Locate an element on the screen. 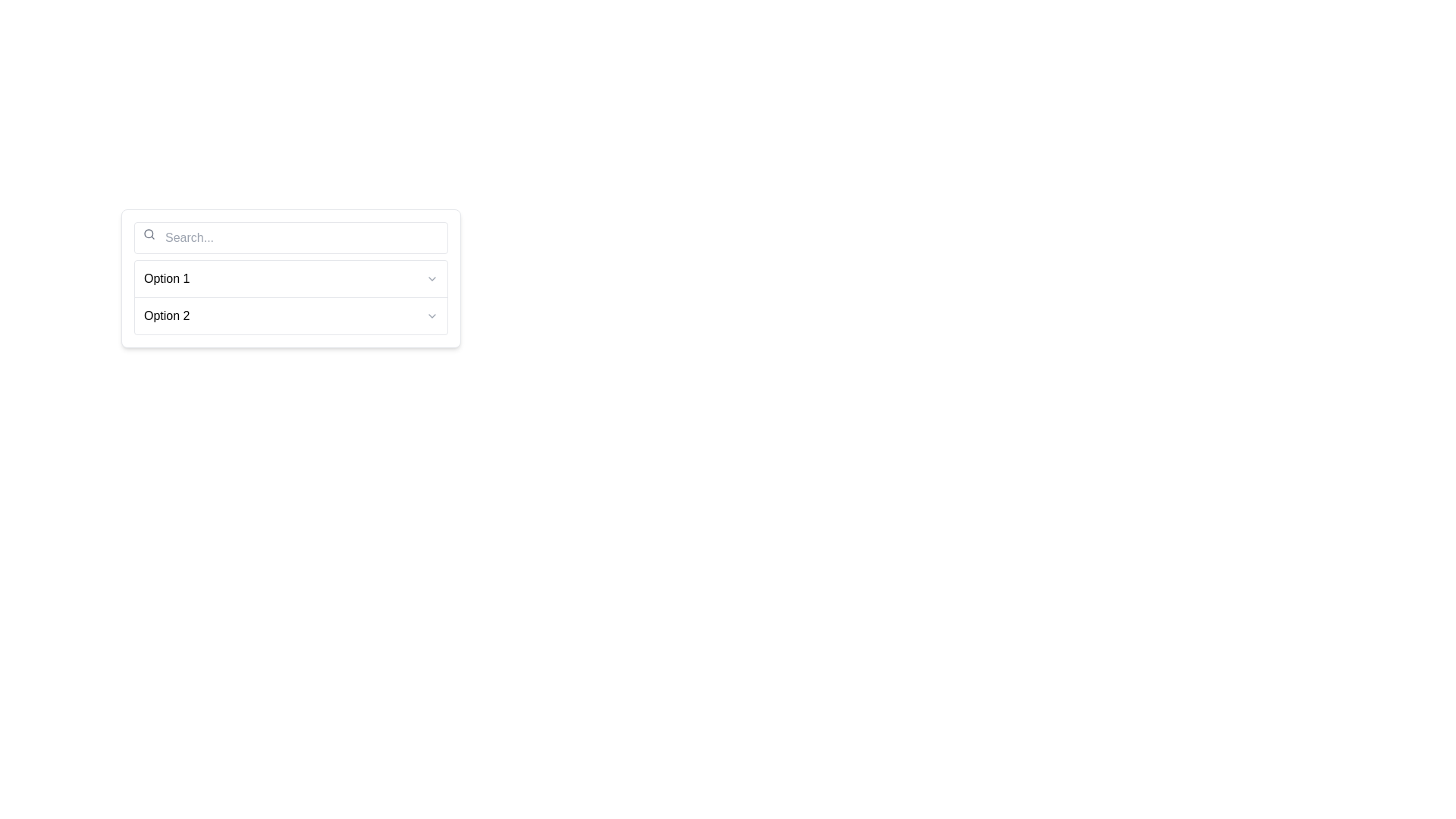 The height and width of the screenshot is (819, 1456). the search icon located at the top-left corner of the search bar, which signifies the presence of search functionality is located at coordinates (149, 234).